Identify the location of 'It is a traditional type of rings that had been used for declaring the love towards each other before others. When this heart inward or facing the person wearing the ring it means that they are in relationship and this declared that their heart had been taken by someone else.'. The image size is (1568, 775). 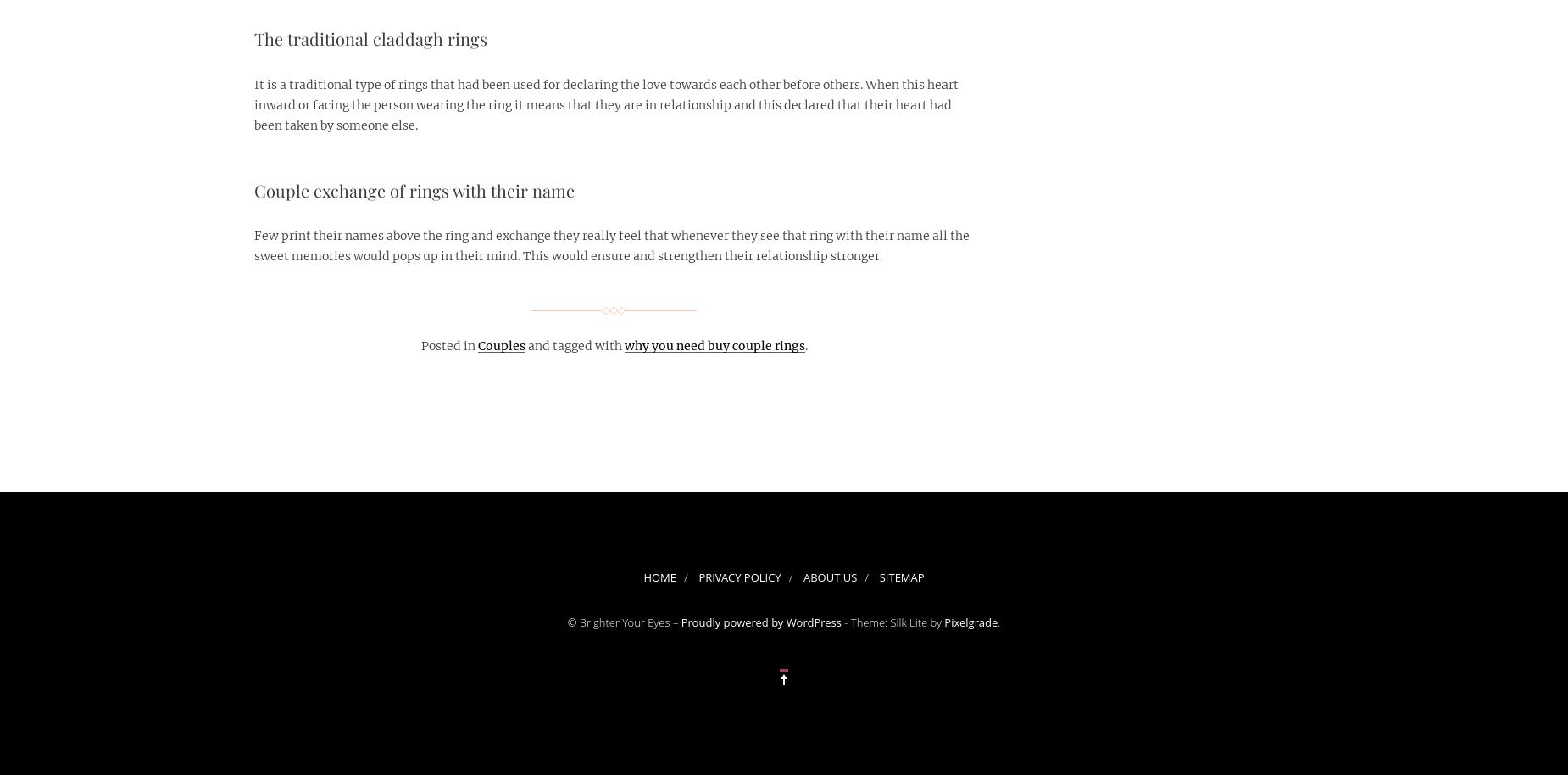
(605, 104).